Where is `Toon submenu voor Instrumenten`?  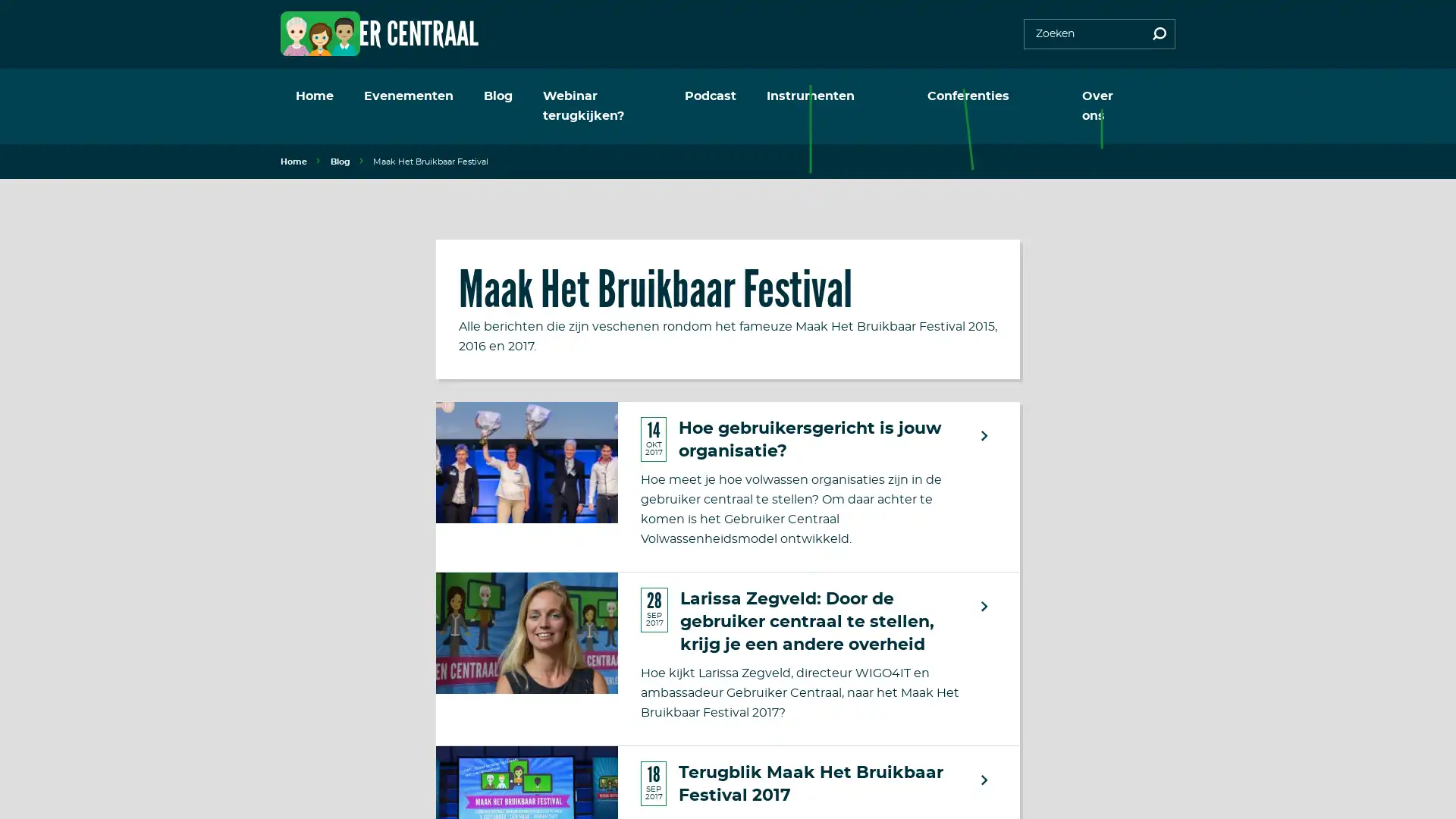 Toon submenu voor Instrumenten is located at coordinates (906, 96).